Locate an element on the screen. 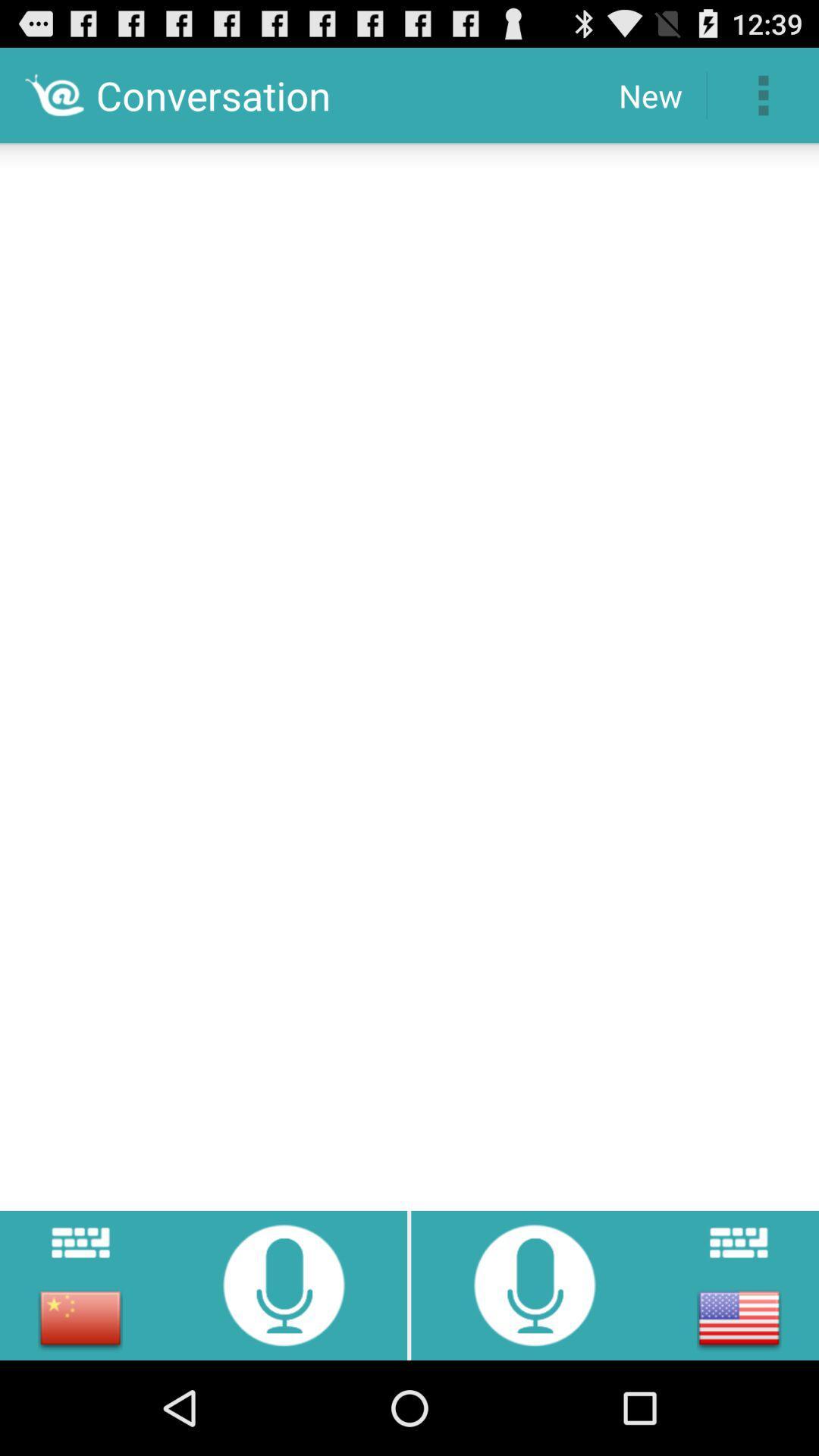 The image size is (819, 1456). the national_flag icon is located at coordinates (738, 1410).